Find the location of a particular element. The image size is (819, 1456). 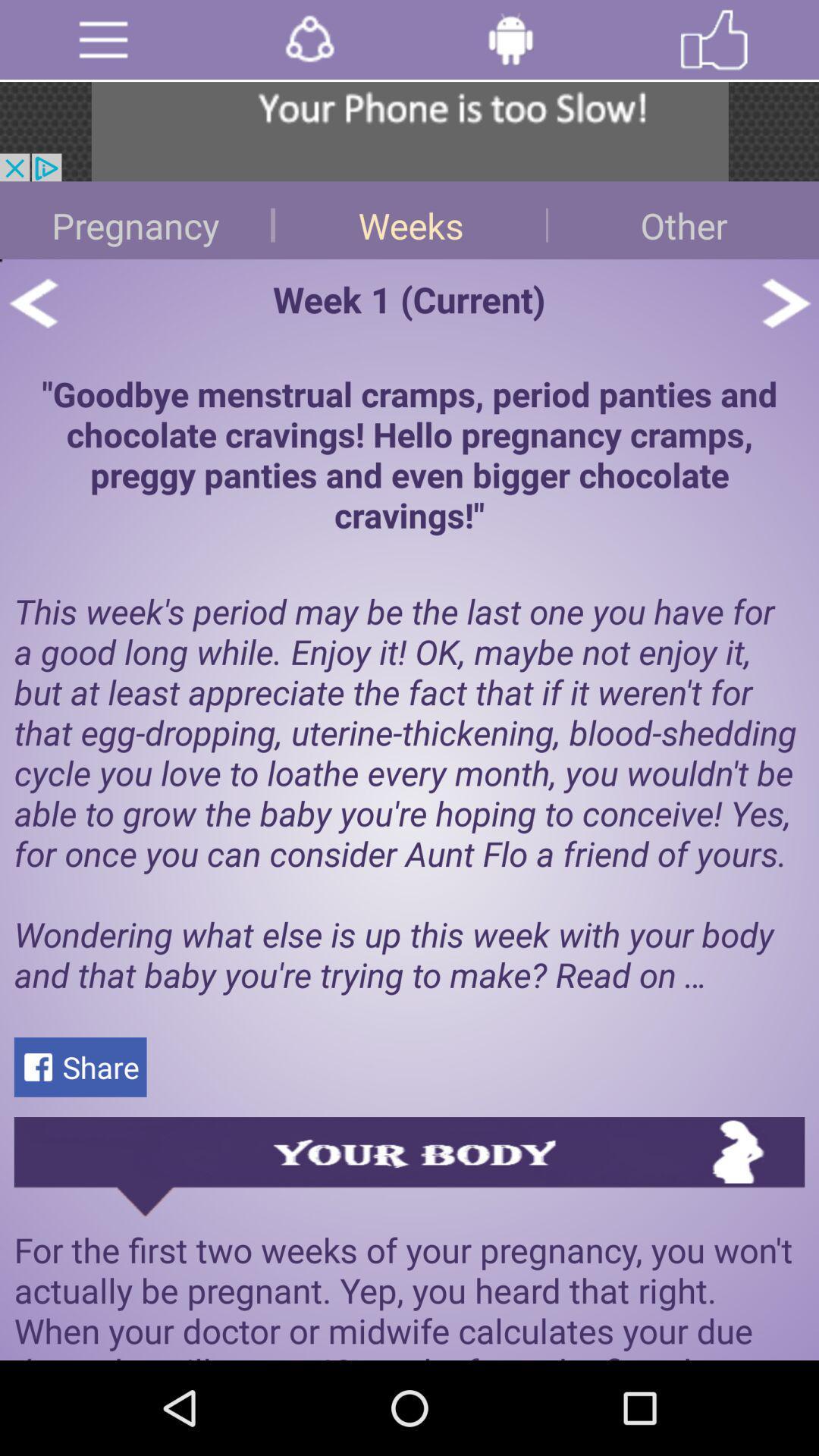

like the application is located at coordinates (714, 39).